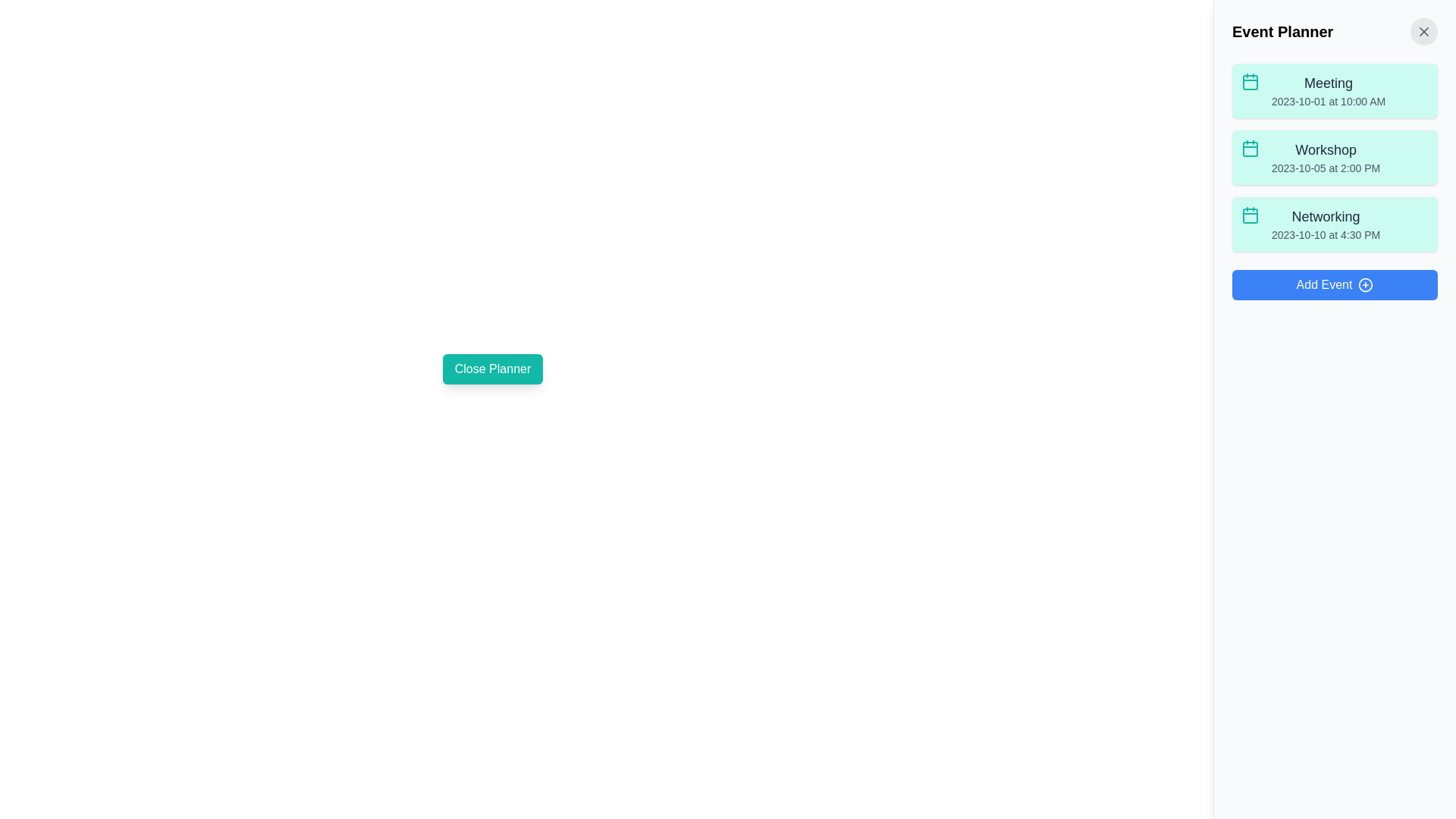 This screenshot has height=819, width=1456. What do you see at coordinates (1328, 102) in the screenshot?
I see `the informational label displaying the scheduled time and date for the event titled 'Meeting', located in the 'Event Planner' sidebar, below the 'Meeting' title and within the green card for the first event` at bounding box center [1328, 102].